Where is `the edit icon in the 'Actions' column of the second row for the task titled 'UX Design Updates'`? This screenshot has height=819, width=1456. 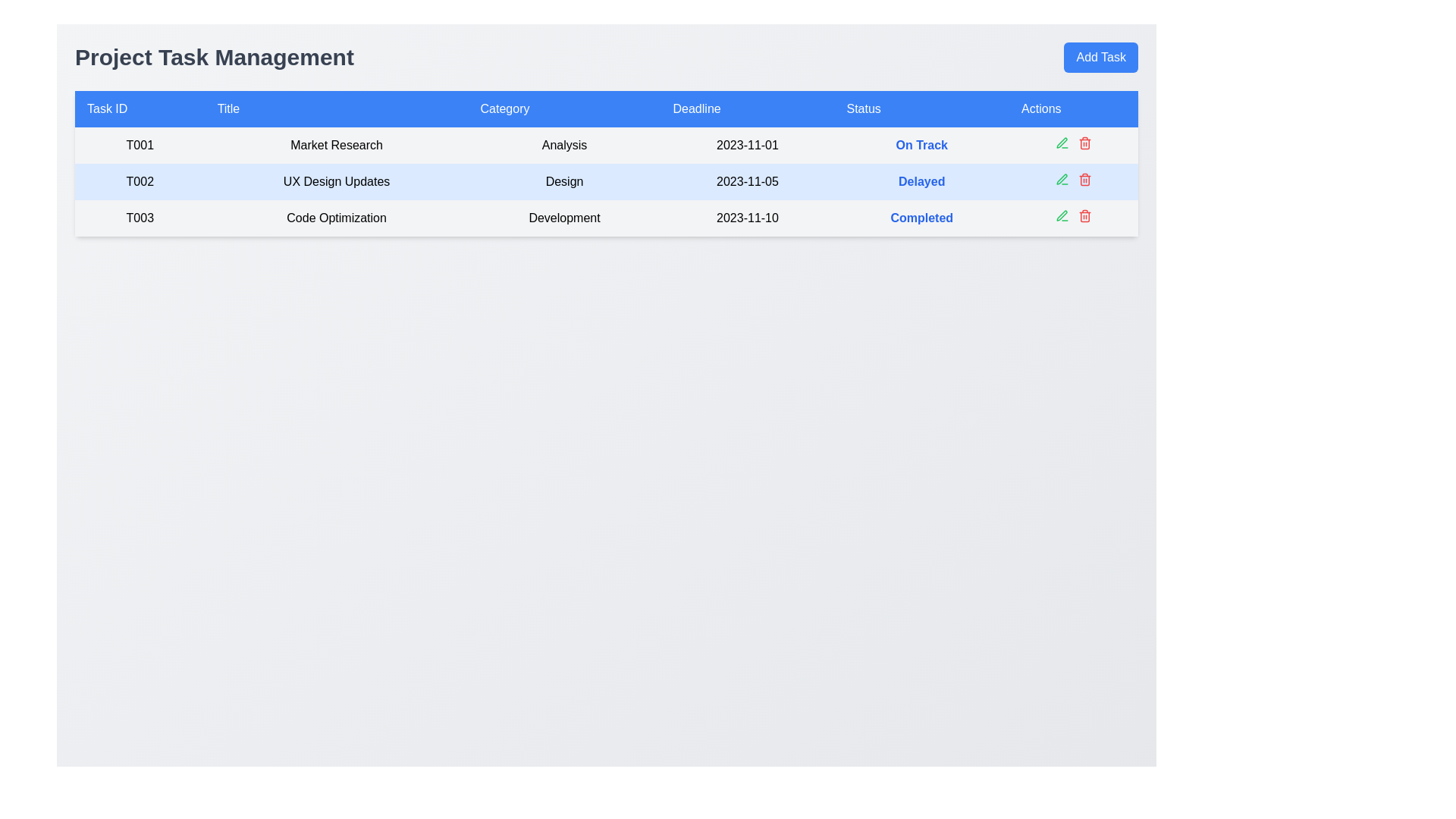 the edit icon in the 'Actions' column of the second row for the task titled 'UX Design Updates' is located at coordinates (1061, 143).